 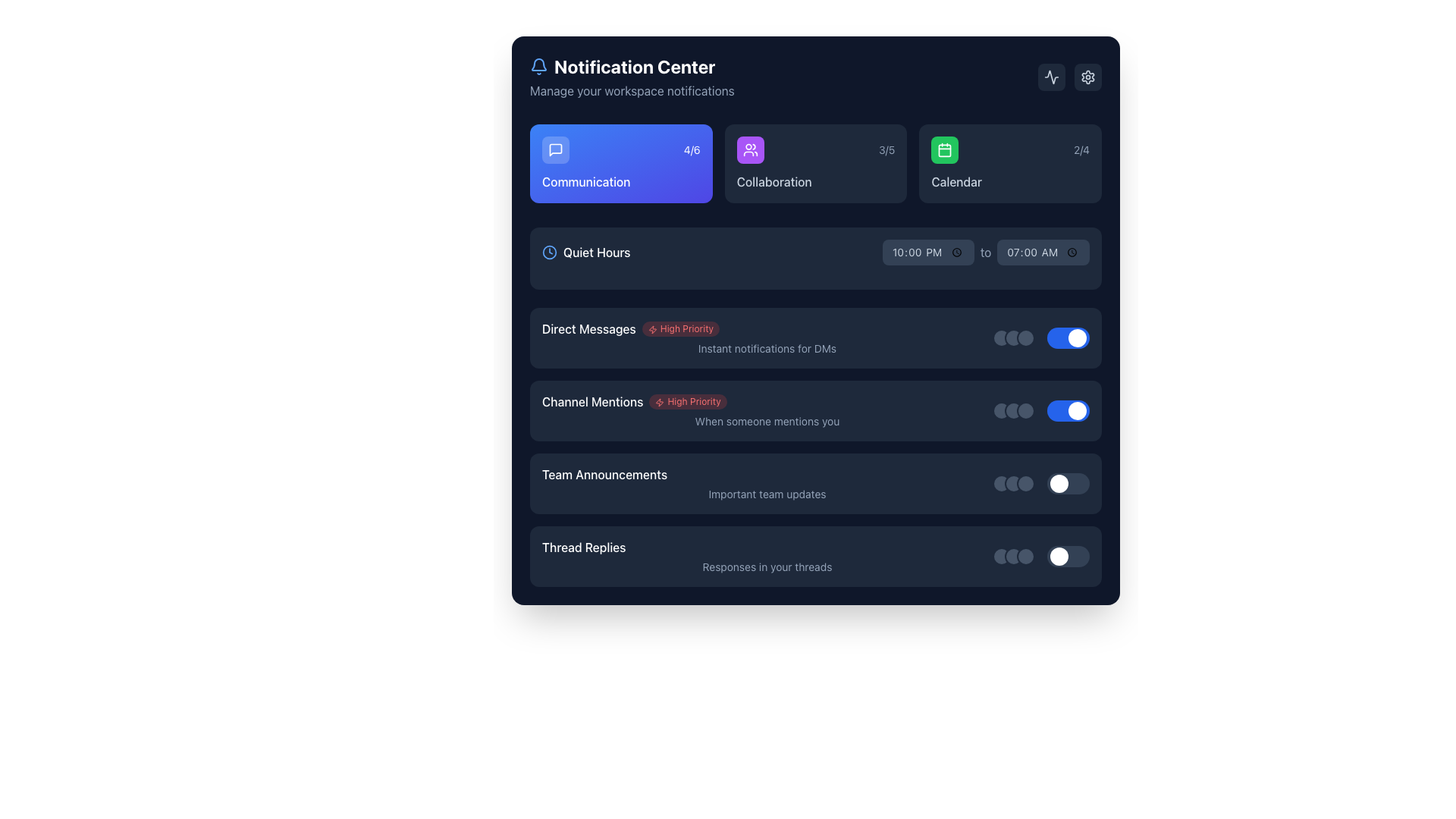 What do you see at coordinates (986, 251) in the screenshot?
I see `the Text Label that indicates the time range in the 'Quiet Hours' setting, positioned between '10:00 PM' and '07:00 AM'` at bounding box center [986, 251].